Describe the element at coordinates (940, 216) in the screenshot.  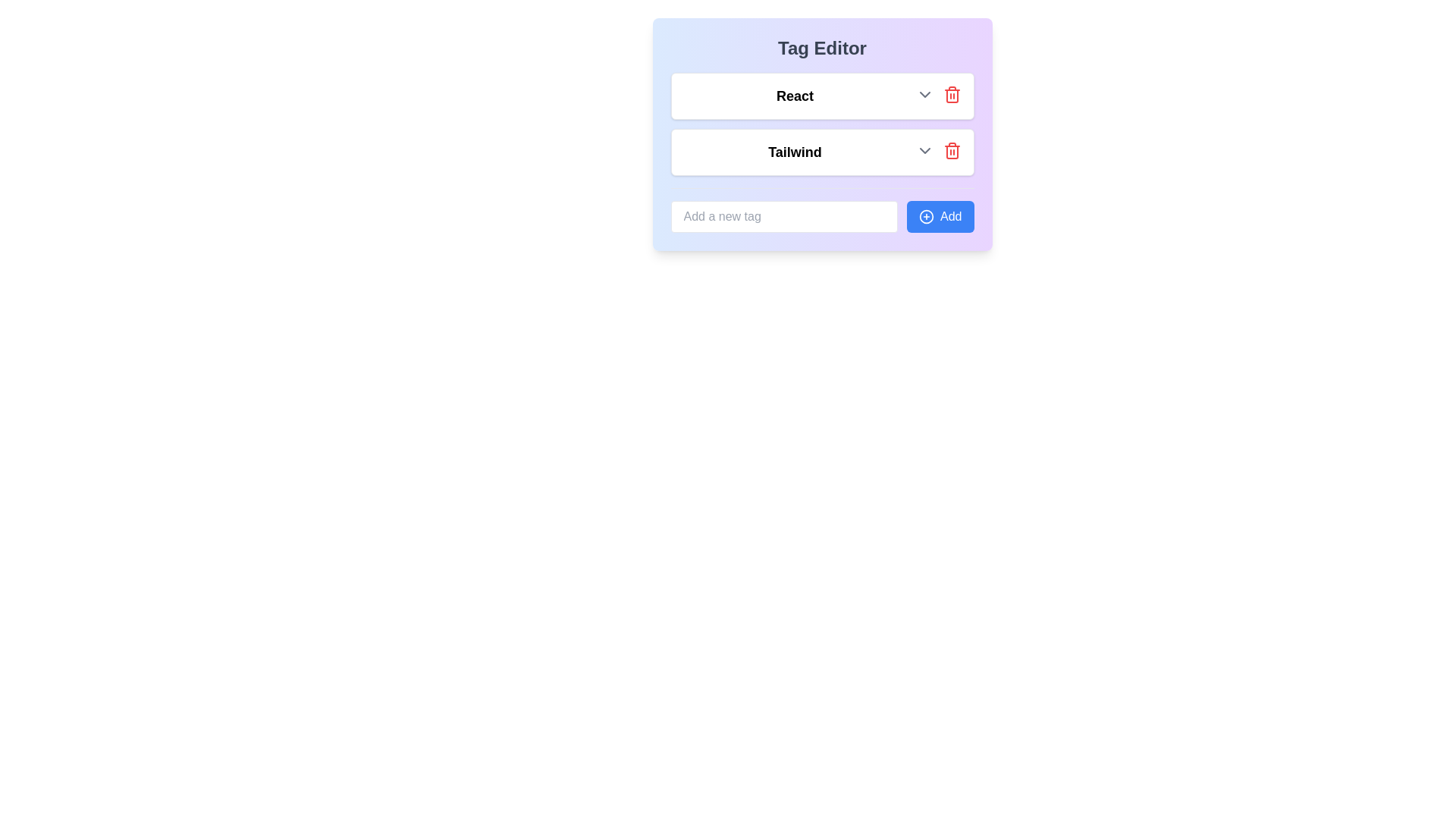
I see `the button located at the bottom-right corner of the section next to the 'Add a new tag' text input field to activate hover effects` at that location.